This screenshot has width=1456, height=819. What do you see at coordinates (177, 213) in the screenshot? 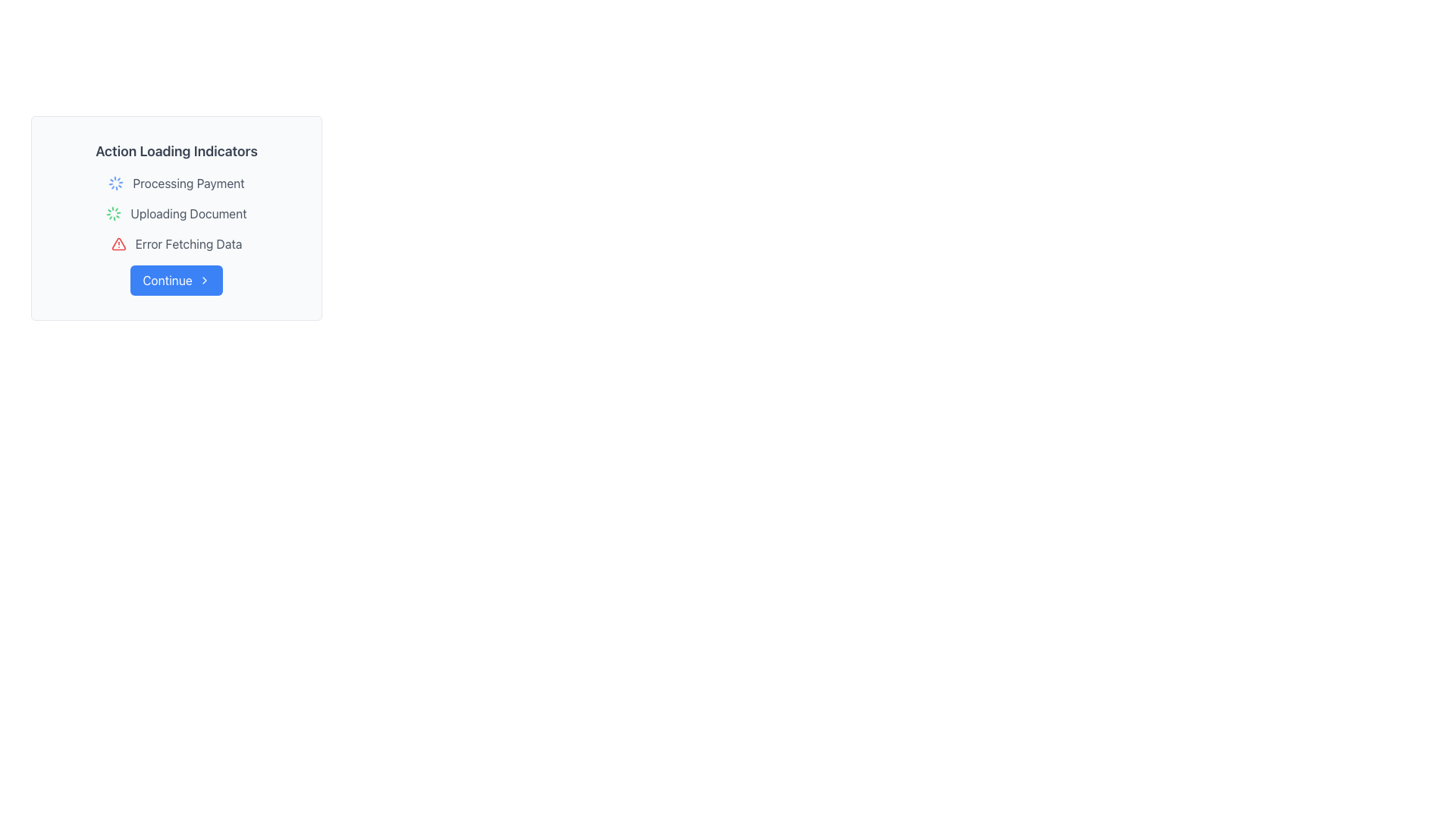
I see `the status indicator element that displays a spinning icon and explanatory text indicating that the system is currently uploading a document, located in the middle section of the list under 'Action Loading Indicators'` at bounding box center [177, 213].